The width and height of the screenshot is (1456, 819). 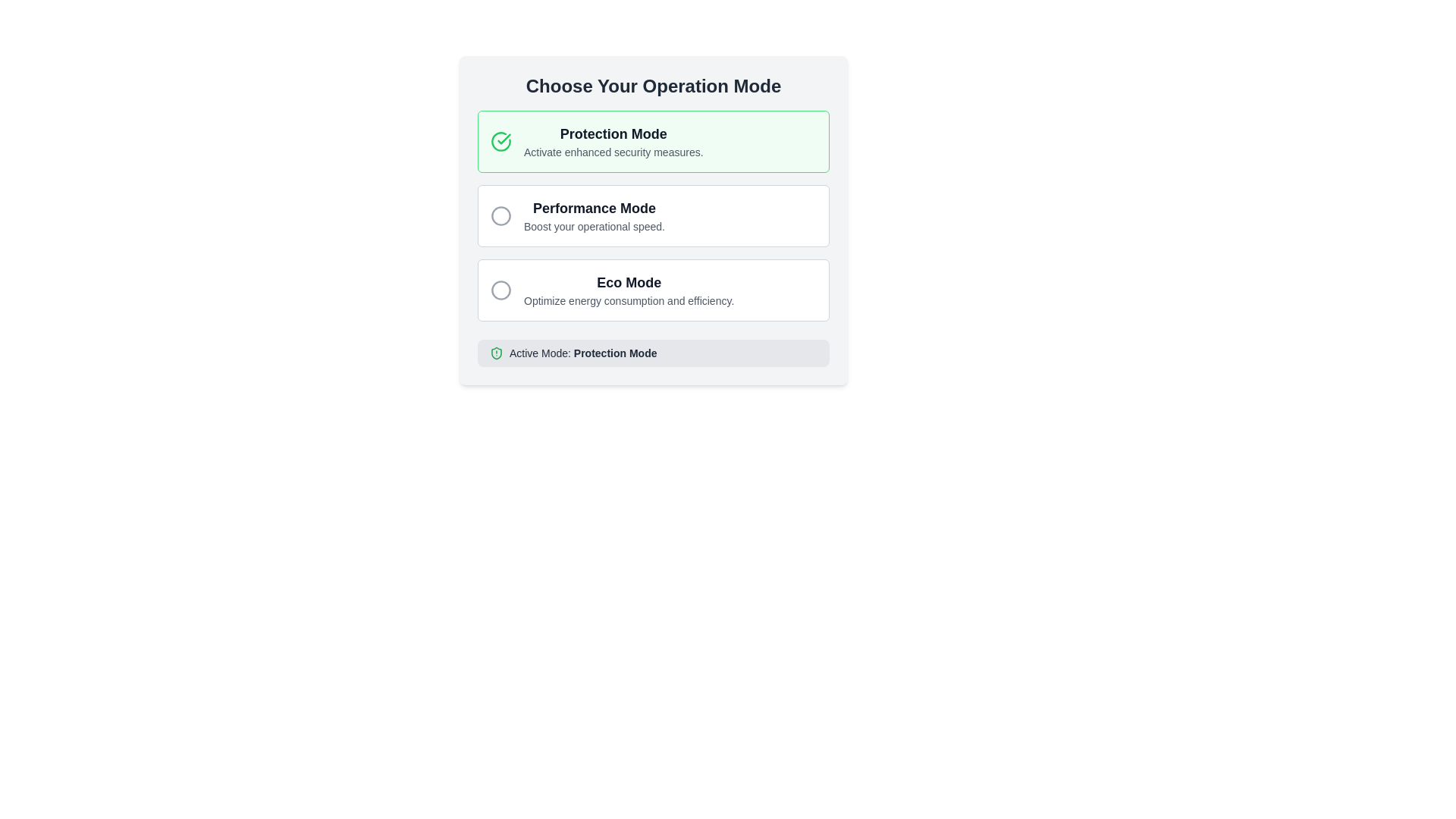 What do you see at coordinates (501, 141) in the screenshot?
I see `the circular icon with a green border and a green checkmark located to the left of the text 'Protection Mode'` at bounding box center [501, 141].